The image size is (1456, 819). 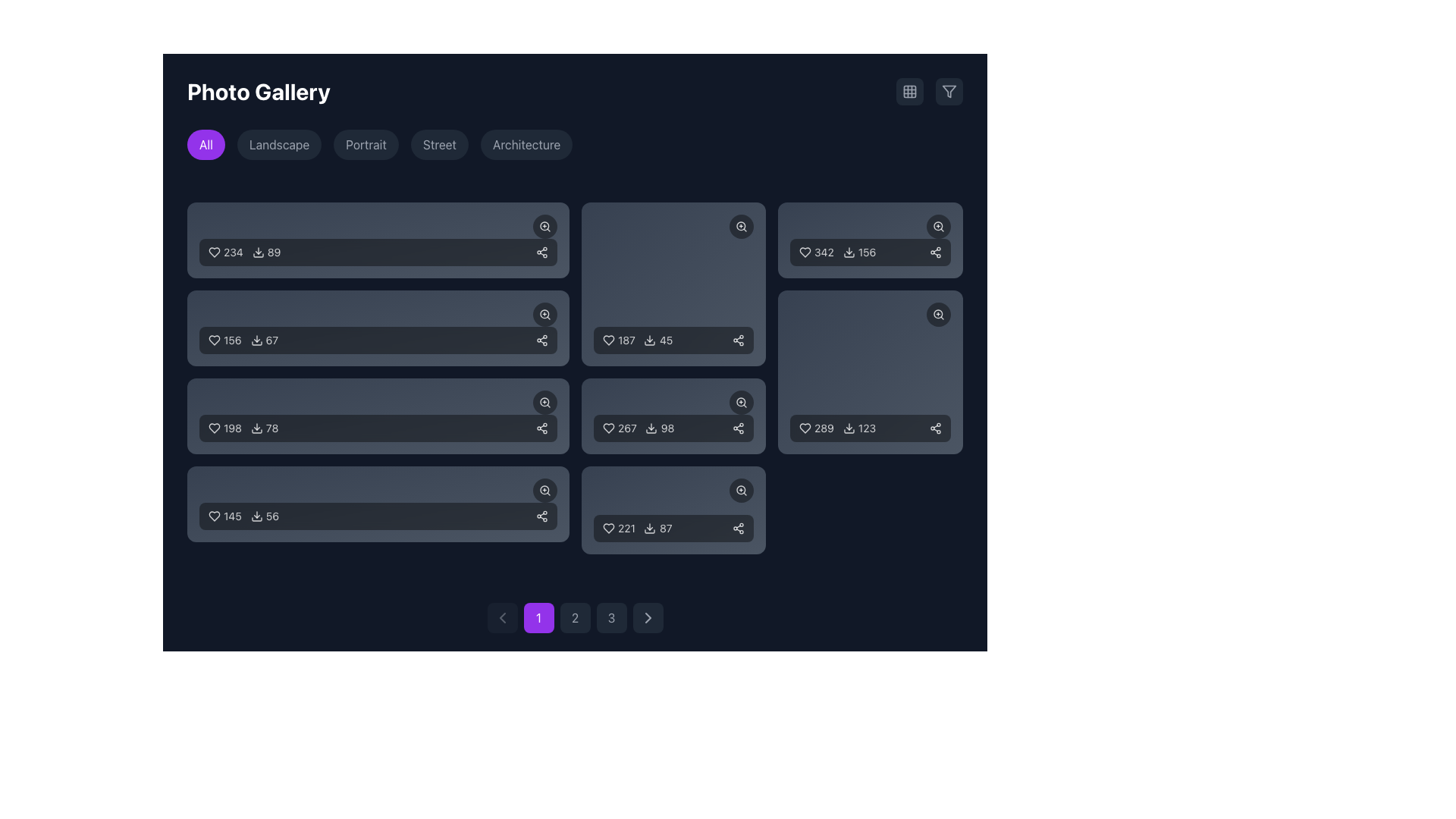 I want to click on the text element displaying the number '156' with a download arrow icon to its left, located in the second row and second column of the grid layout, so click(x=859, y=251).